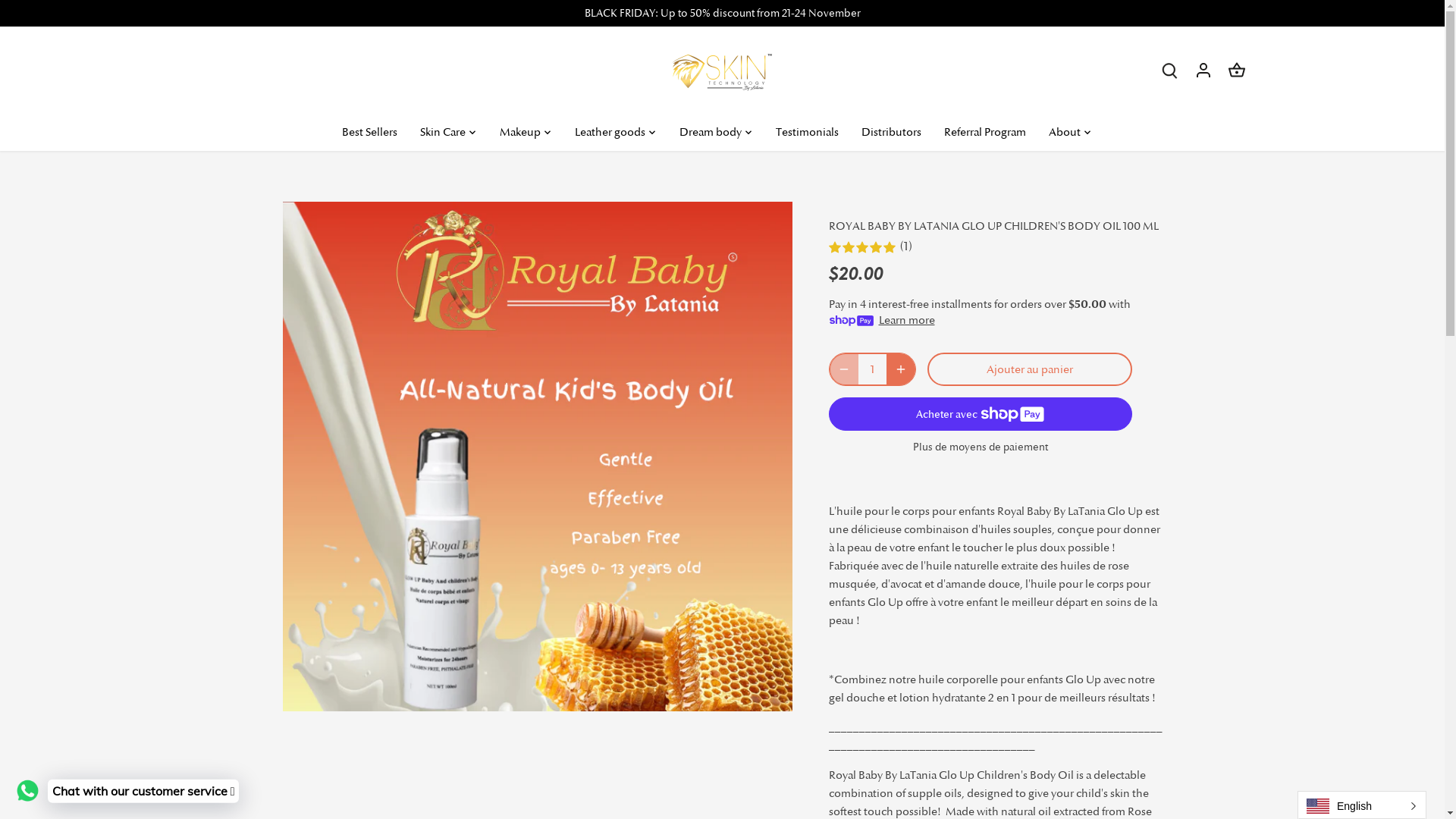 This screenshot has height=819, width=1456. Describe the element at coordinates (407, 130) in the screenshot. I see `'Skin Care'` at that location.